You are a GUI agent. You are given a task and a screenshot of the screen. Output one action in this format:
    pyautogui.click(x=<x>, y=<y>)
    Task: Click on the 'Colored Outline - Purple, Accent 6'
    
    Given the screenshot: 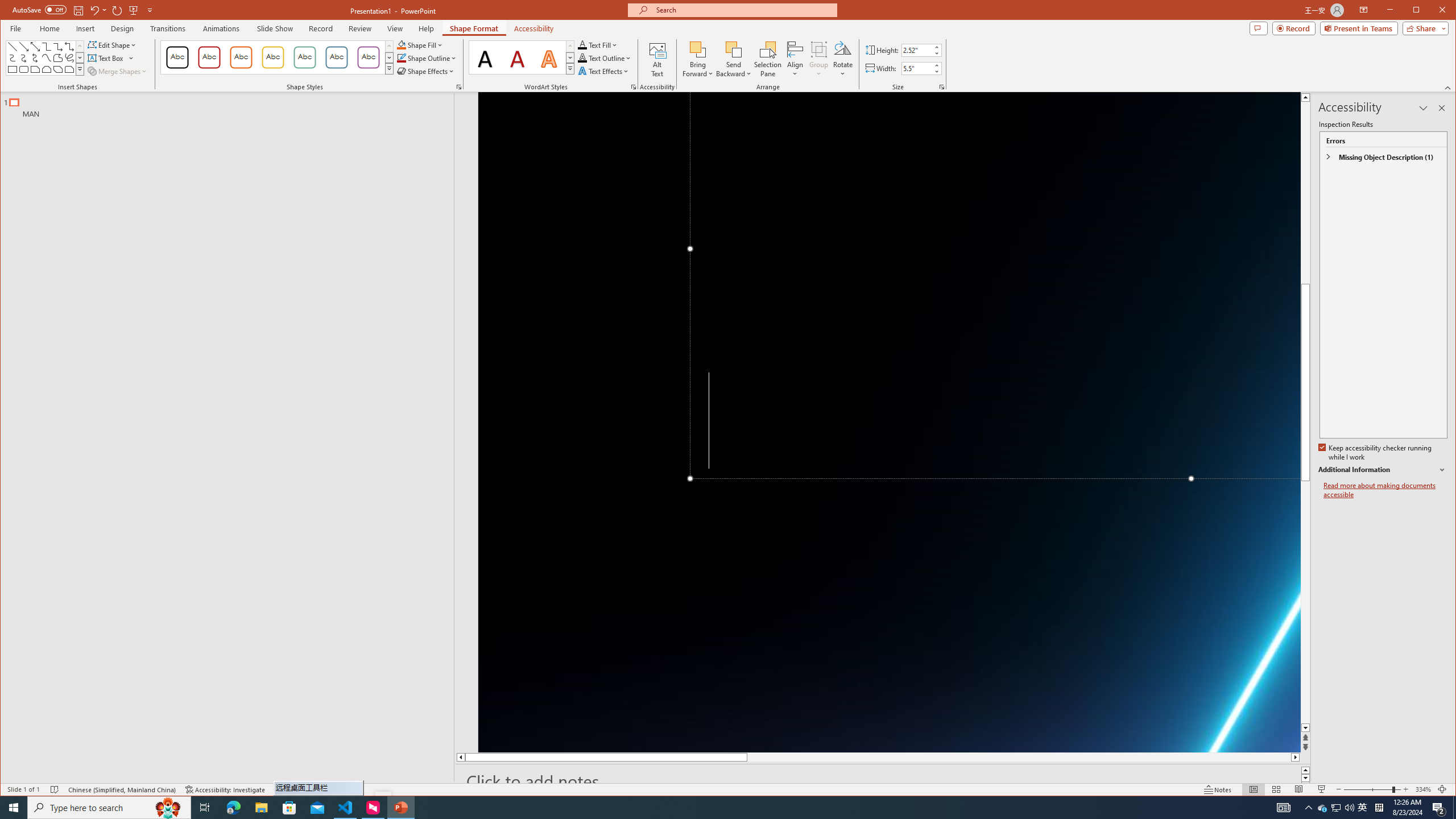 What is the action you would take?
    pyautogui.click(x=368, y=57)
    